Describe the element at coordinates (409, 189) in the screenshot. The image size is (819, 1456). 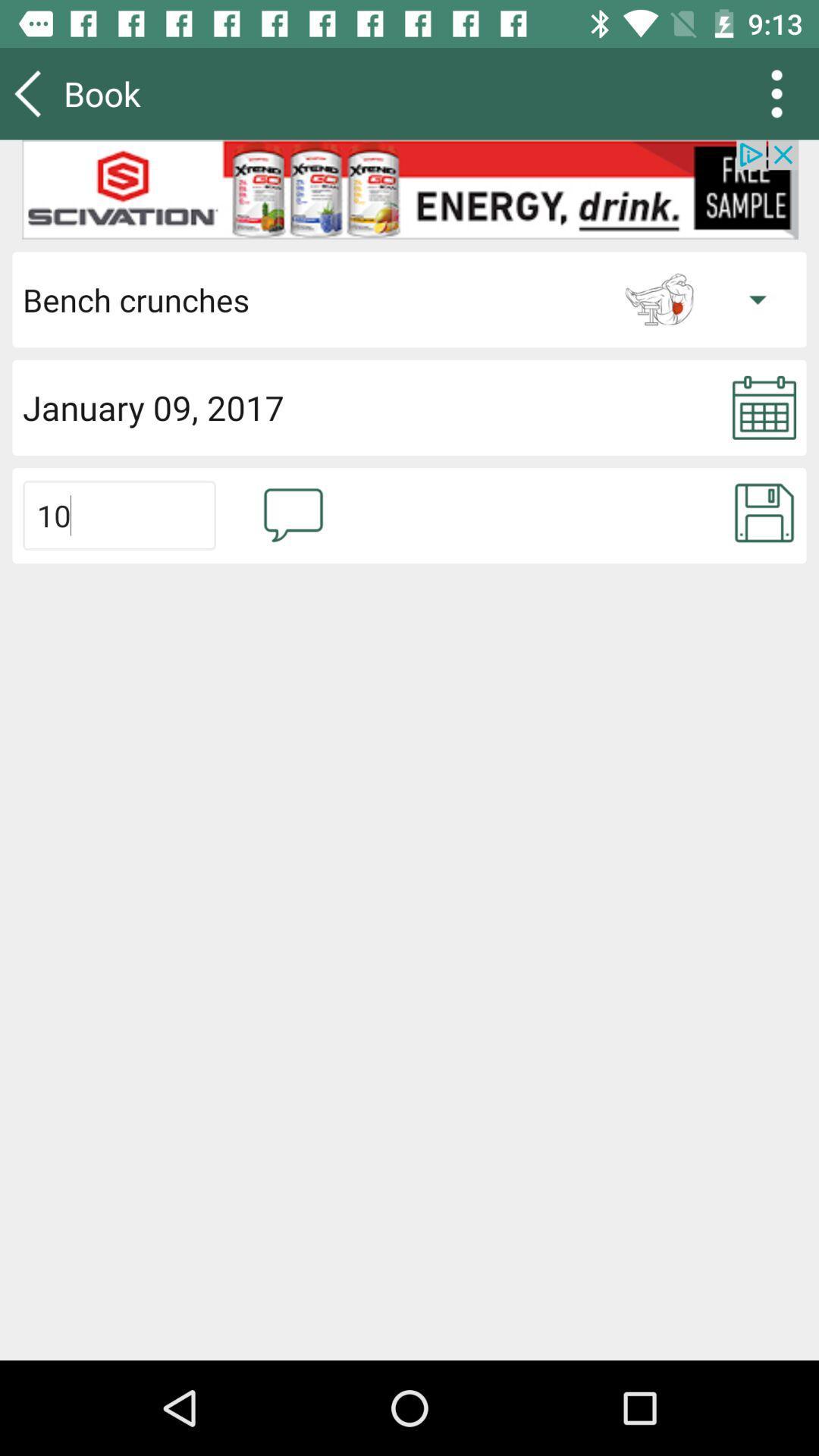
I see `open an advertisements` at that location.